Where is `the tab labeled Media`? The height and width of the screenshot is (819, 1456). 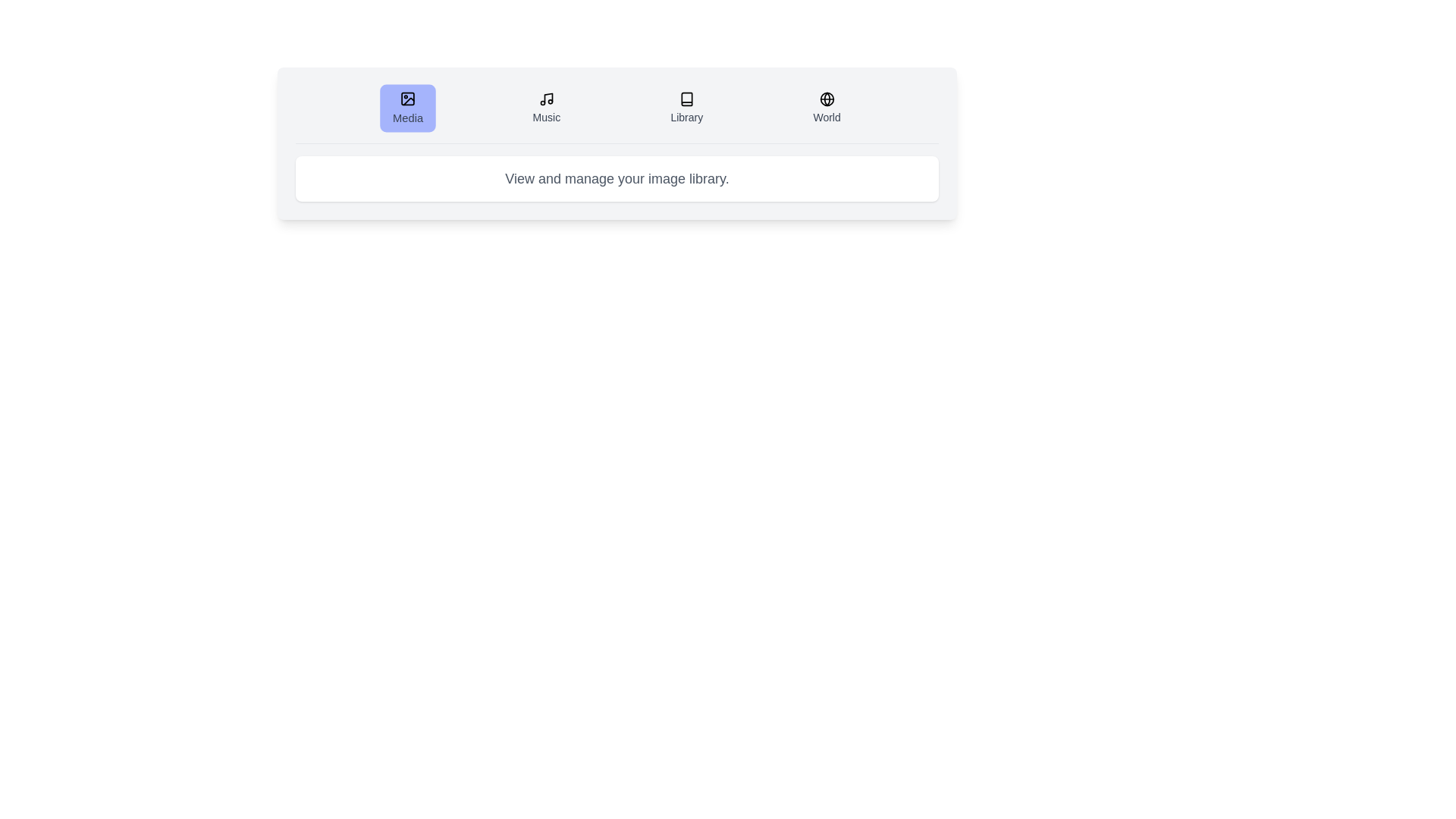
the tab labeled Media is located at coordinates (407, 107).